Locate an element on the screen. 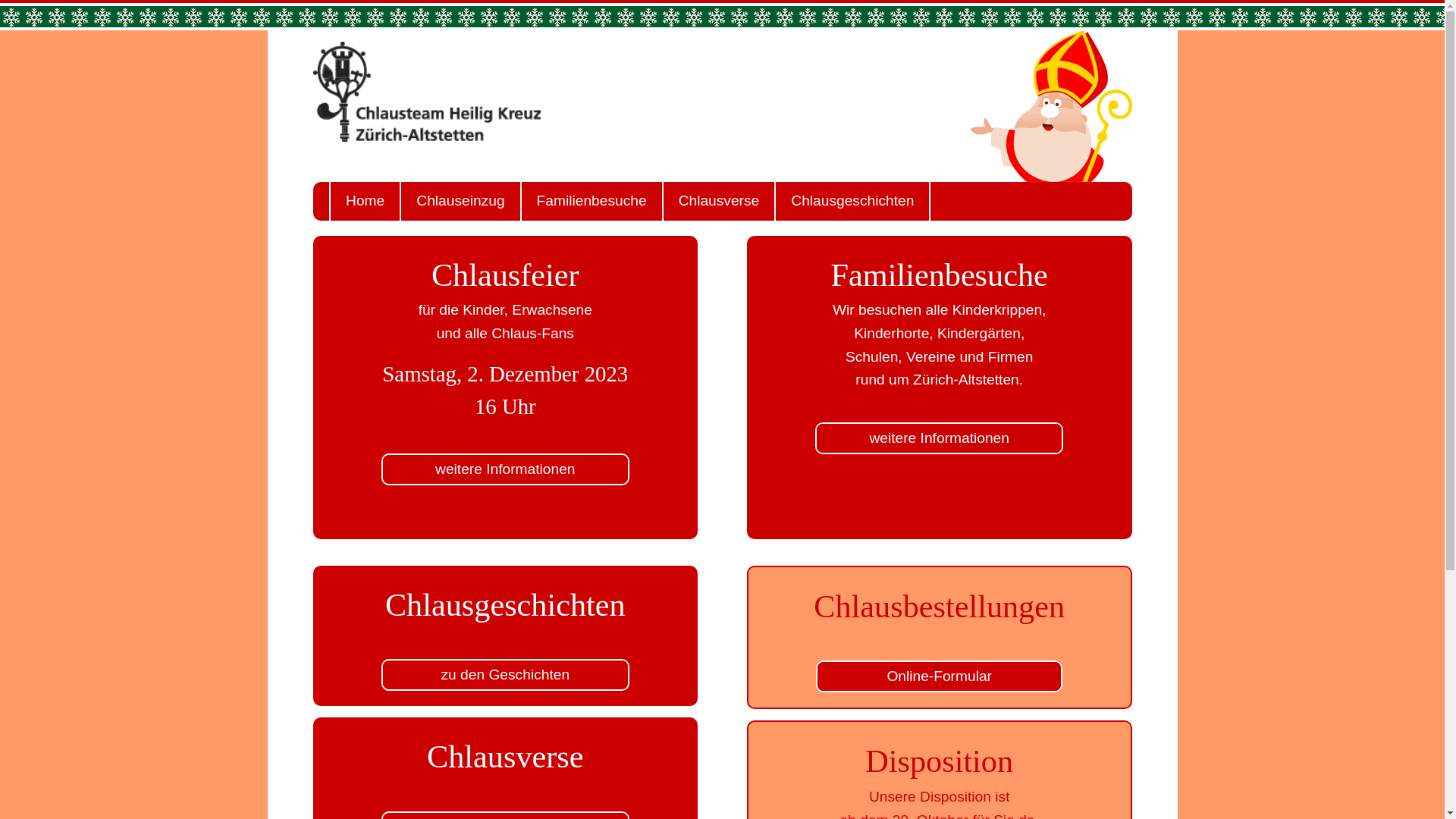  'Familienbesuche' is located at coordinates (590, 200).